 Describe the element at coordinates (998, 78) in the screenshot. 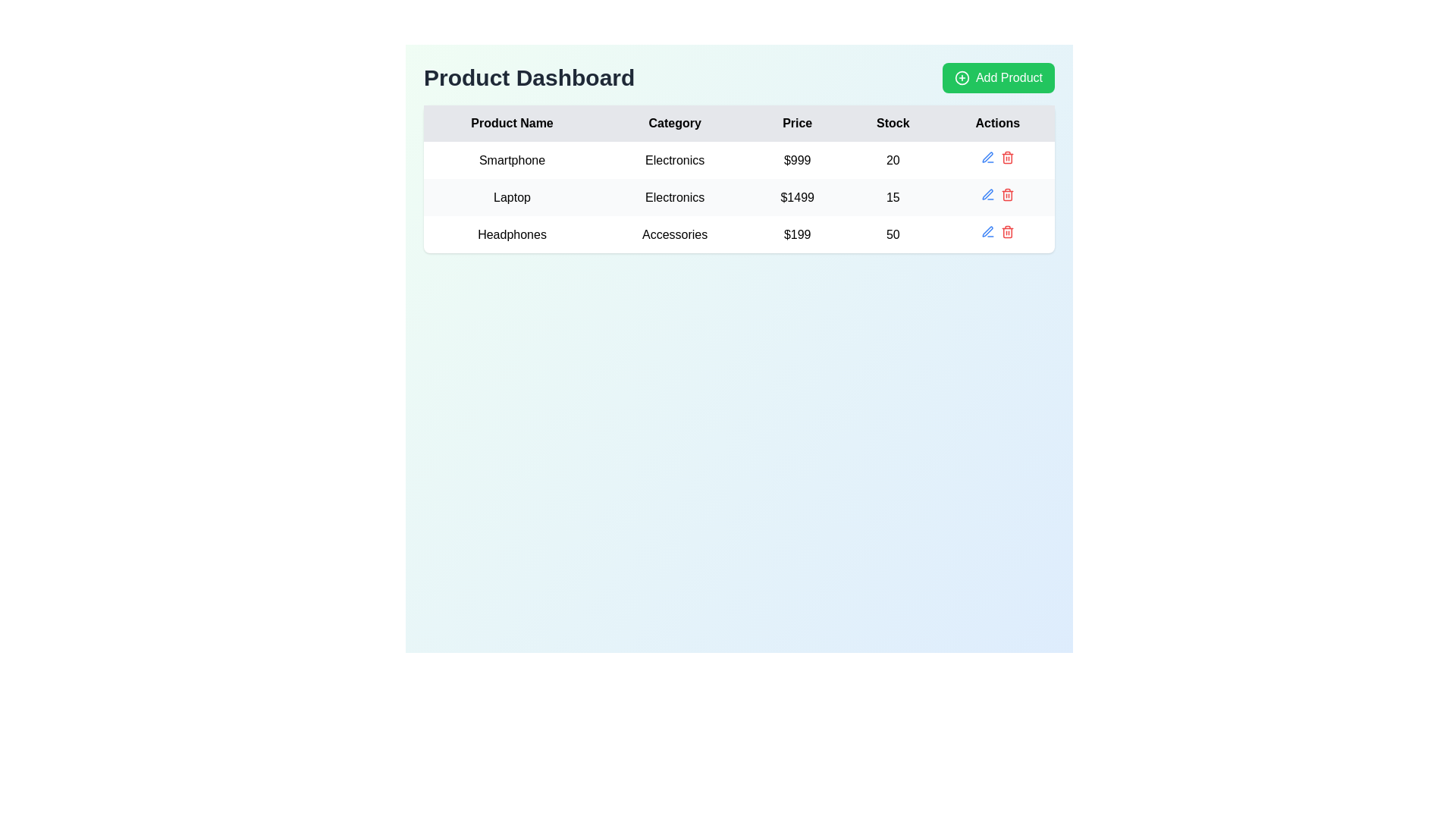

I see `the button` at that location.